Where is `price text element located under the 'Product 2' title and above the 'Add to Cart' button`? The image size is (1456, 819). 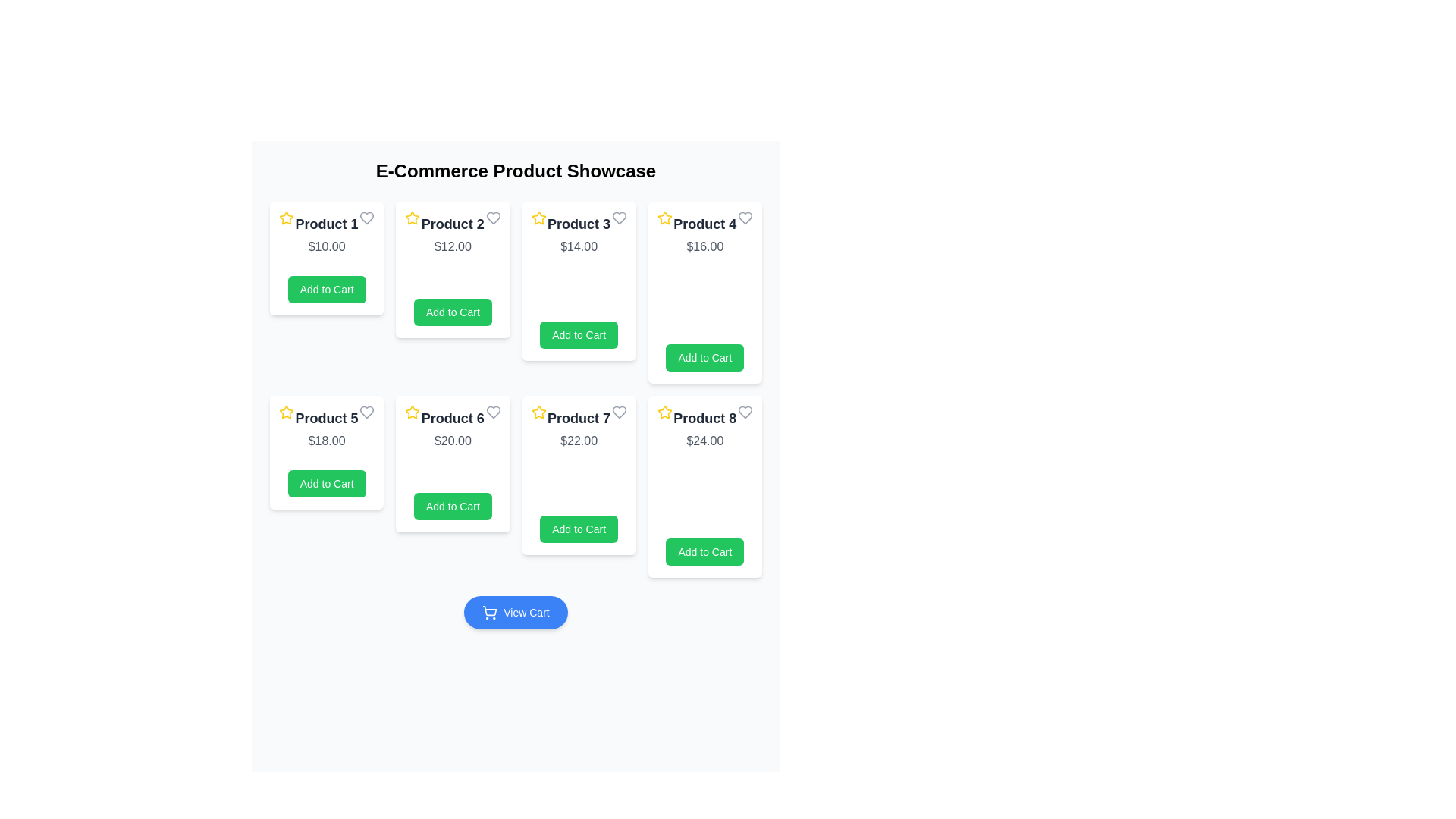 price text element located under the 'Product 2' title and above the 'Add to Cart' button is located at coordinates (452, 246).